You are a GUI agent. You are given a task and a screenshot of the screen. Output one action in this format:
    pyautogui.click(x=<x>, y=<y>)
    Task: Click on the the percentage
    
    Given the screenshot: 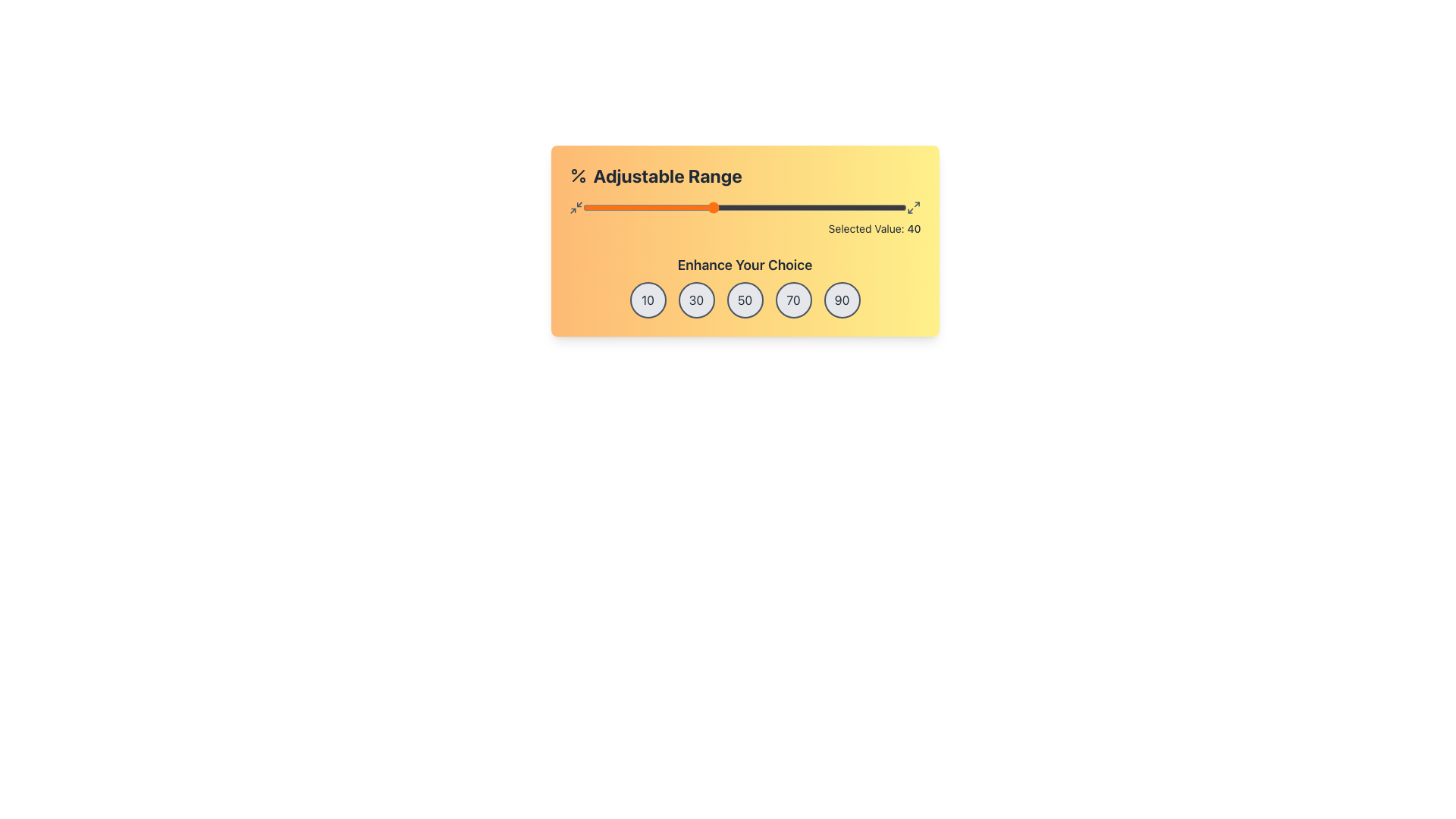 What is the action you would take?
    pyautogui.click(x=625, y=207)
    